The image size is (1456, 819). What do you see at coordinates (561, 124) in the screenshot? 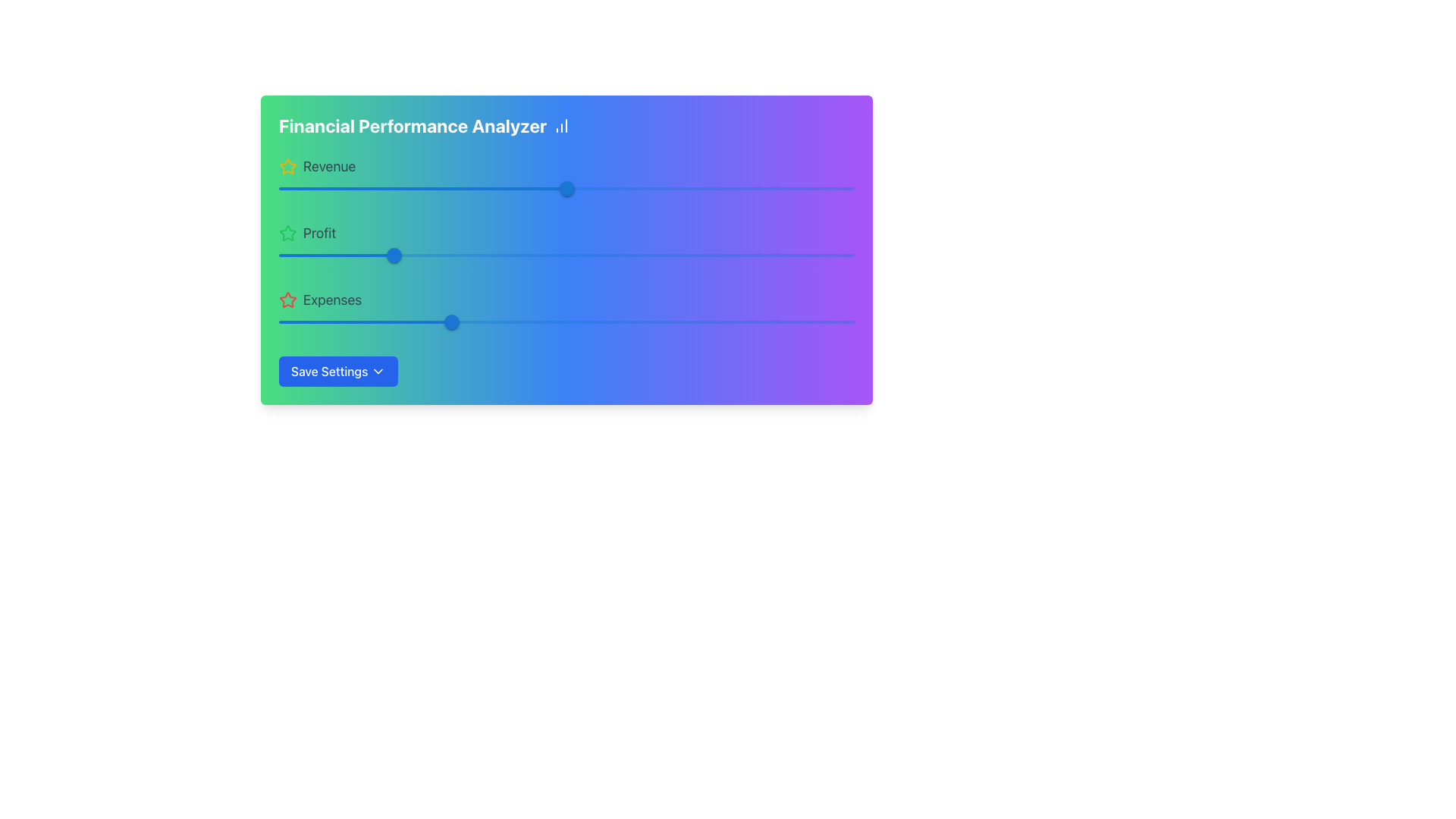
I see `the icon that visually represents data analysis or performance metrics, located to the right of the 'Financial Performance Analyzer' header in the section` at bounding box center [561, 124].